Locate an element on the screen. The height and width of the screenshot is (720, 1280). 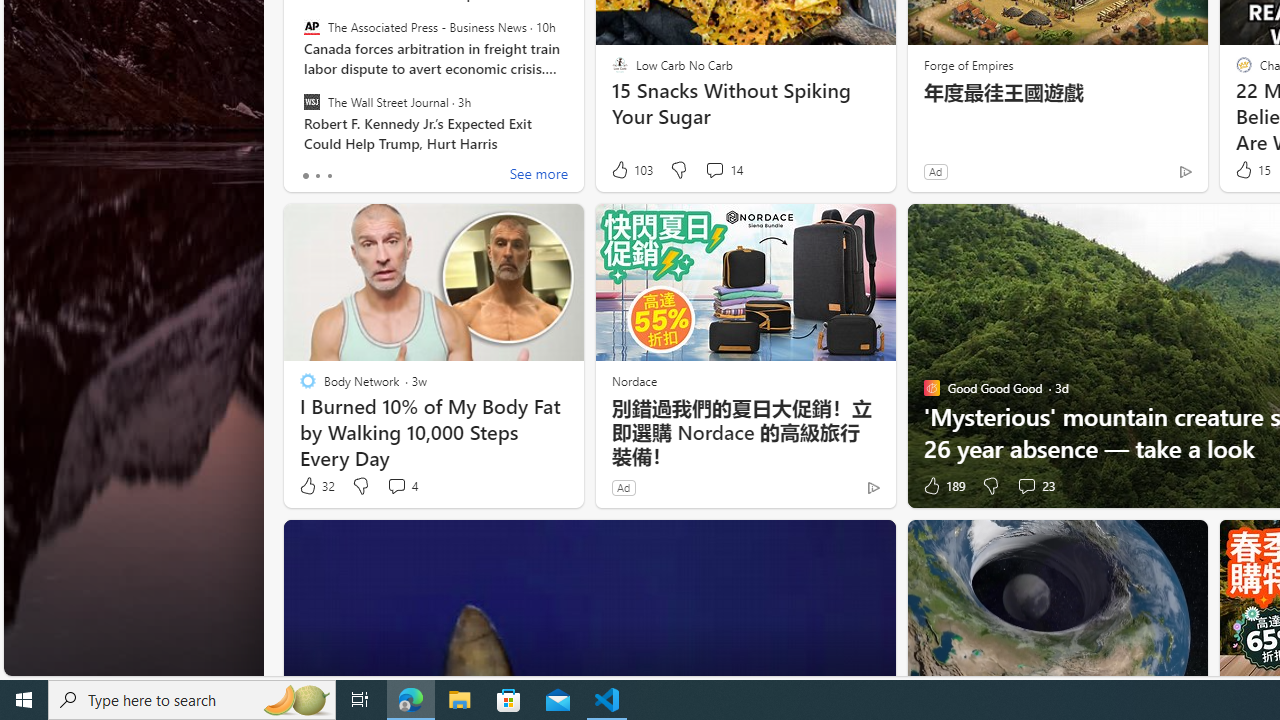
'The Wall Street Journal' is located at coordinates (310, 101).